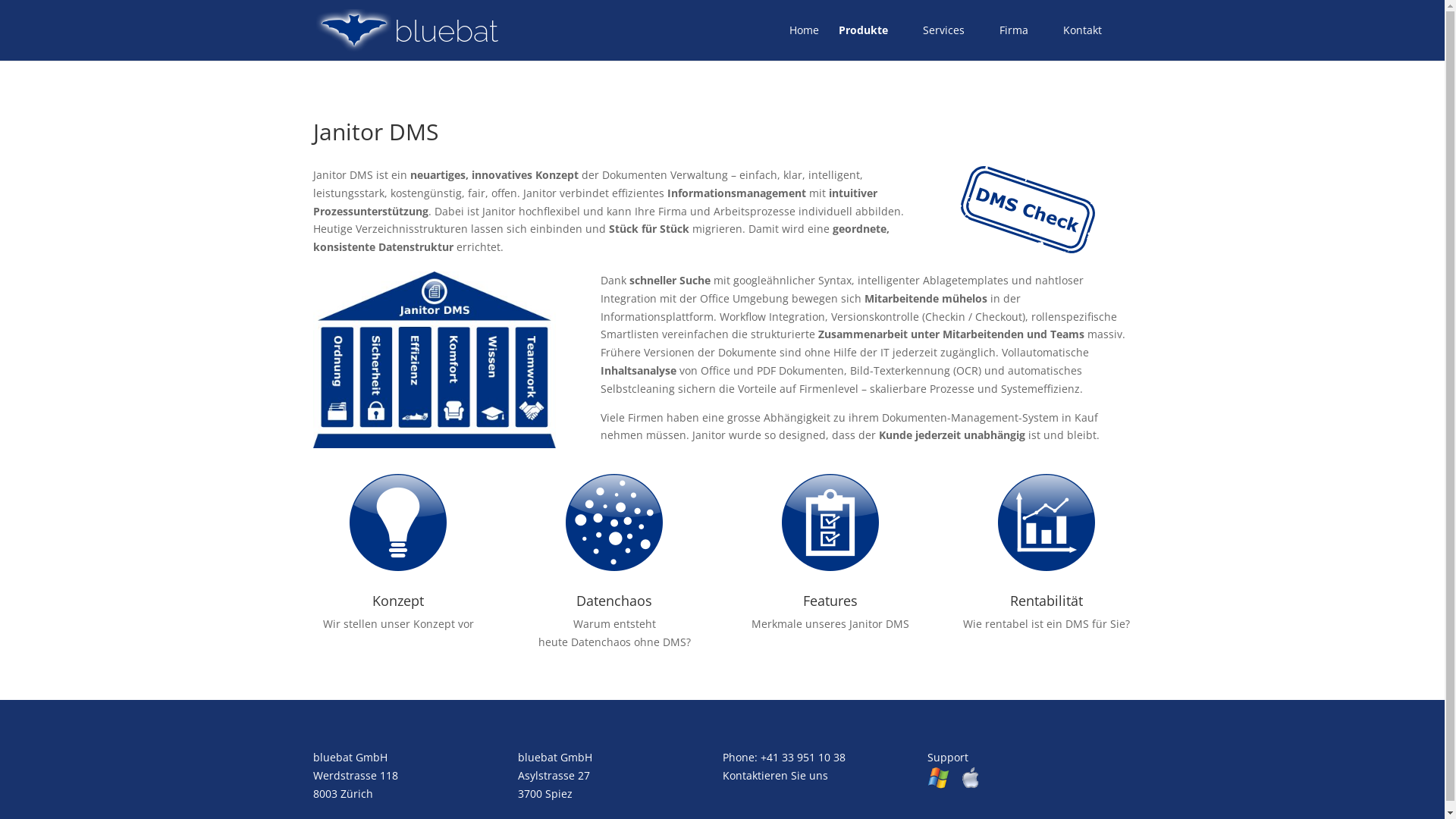 Image resolution: width=1456 pixels, height=819 pixels. I want to click on 'Konzept', so click(372, 599).